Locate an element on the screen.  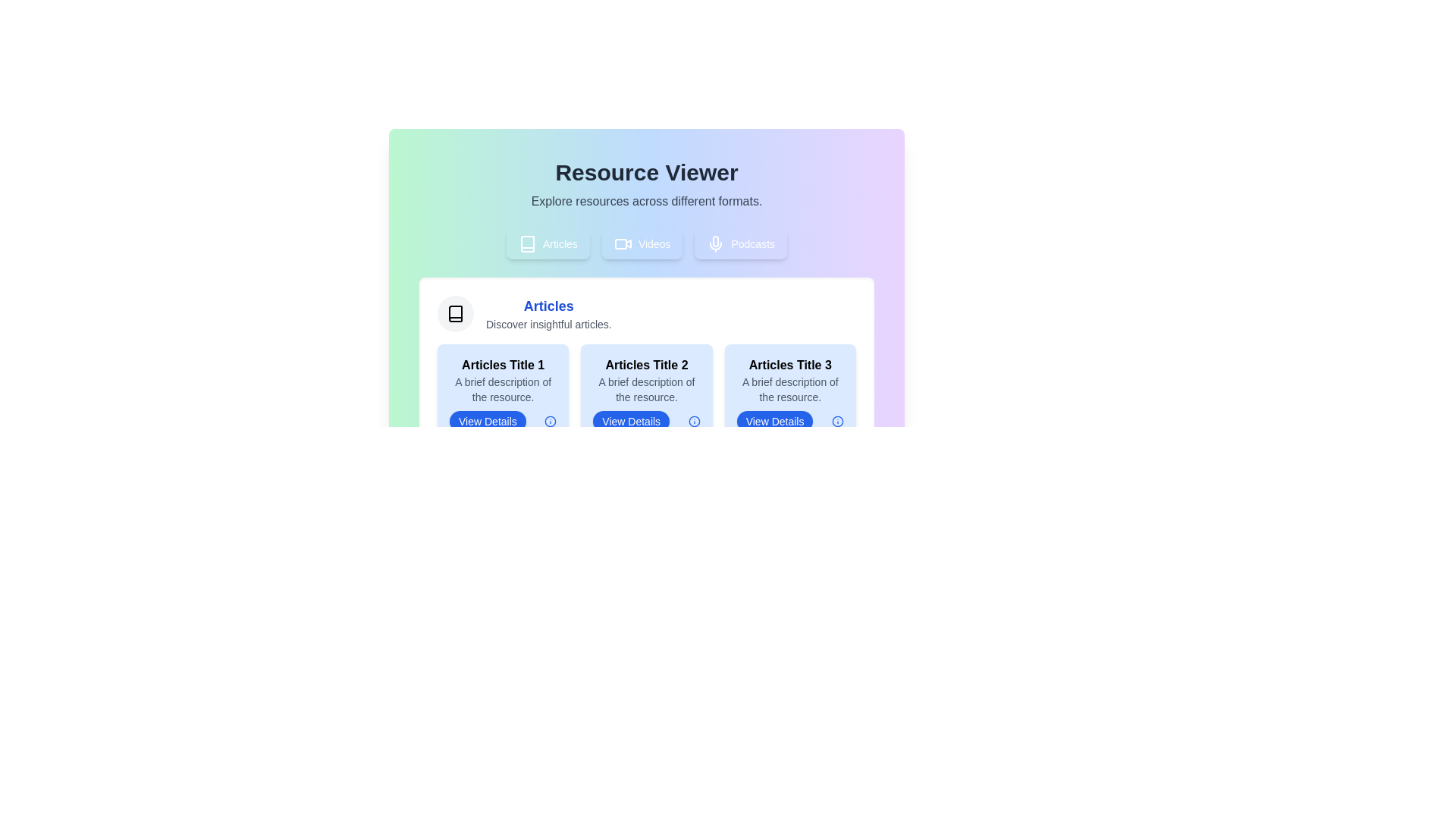
the navigation button for the 'Videos' section is located at coordinates (642, 243).